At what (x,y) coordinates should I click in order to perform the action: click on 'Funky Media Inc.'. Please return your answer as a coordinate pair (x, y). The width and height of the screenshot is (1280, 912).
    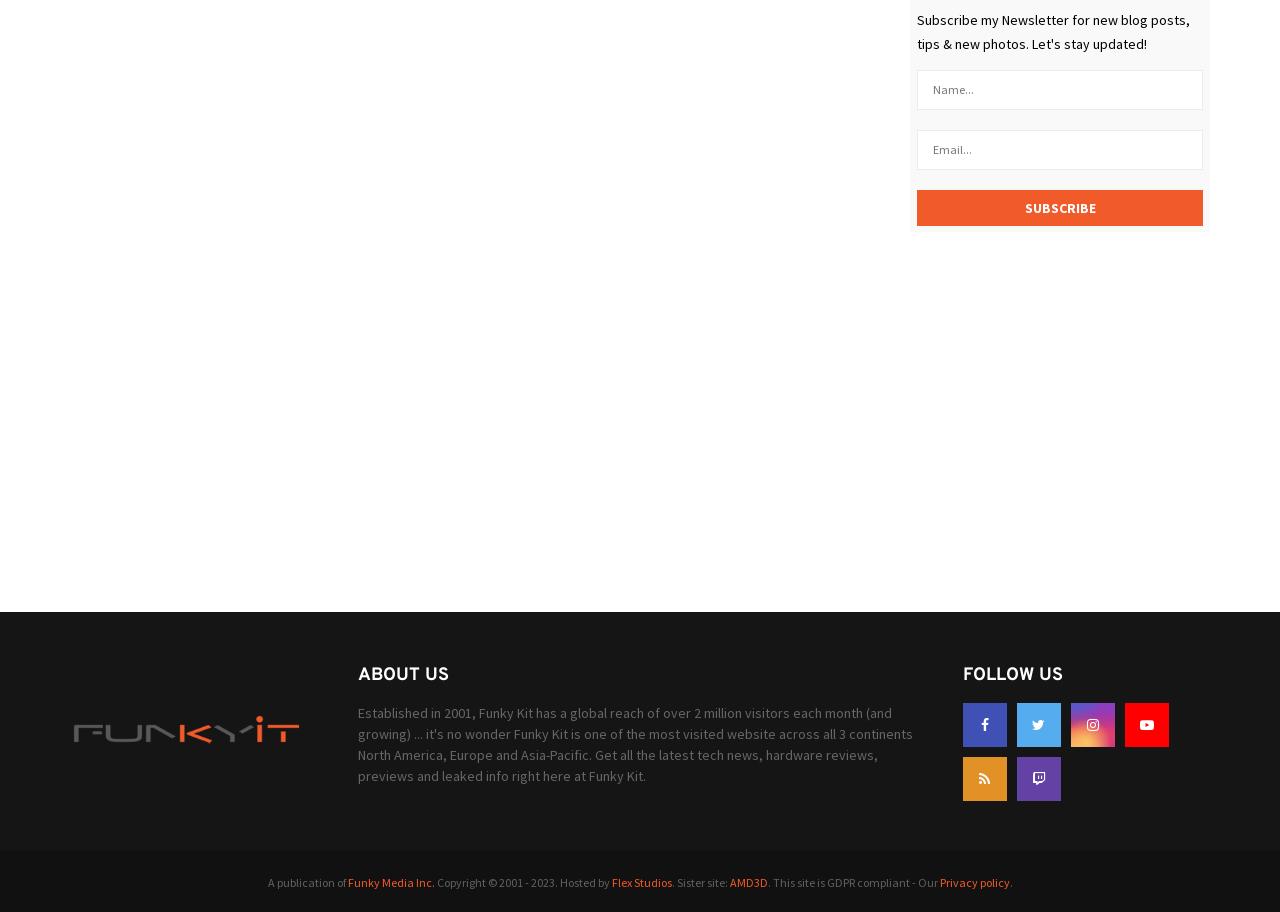
    Looking at the image, I should click on (347, 880).